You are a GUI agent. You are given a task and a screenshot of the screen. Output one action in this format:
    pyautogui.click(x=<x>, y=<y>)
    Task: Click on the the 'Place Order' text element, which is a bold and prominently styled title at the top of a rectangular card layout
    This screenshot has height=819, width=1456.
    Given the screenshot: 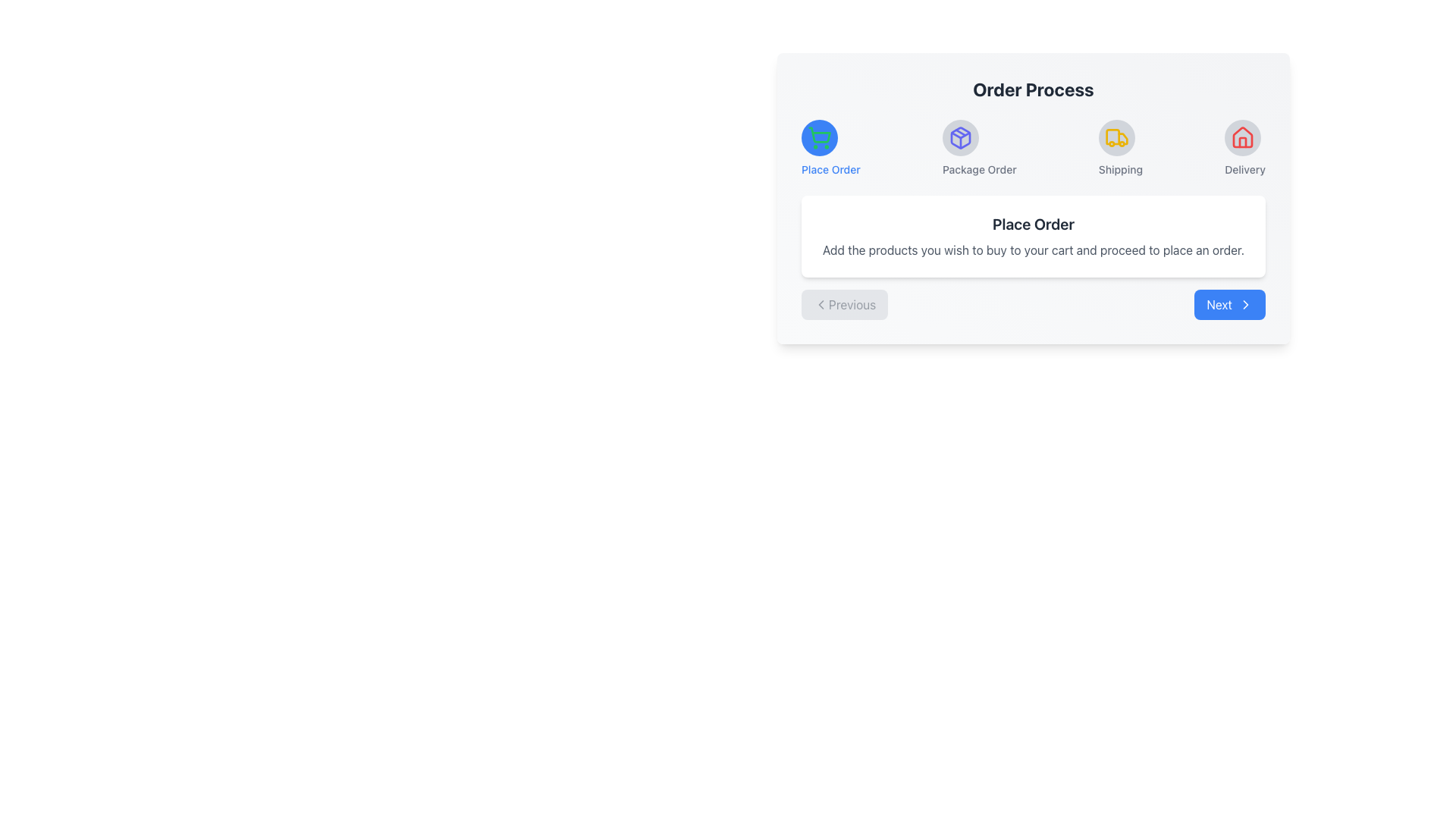 What is the action you would take?
    pyautogui.click(x=1033, y=224)
    